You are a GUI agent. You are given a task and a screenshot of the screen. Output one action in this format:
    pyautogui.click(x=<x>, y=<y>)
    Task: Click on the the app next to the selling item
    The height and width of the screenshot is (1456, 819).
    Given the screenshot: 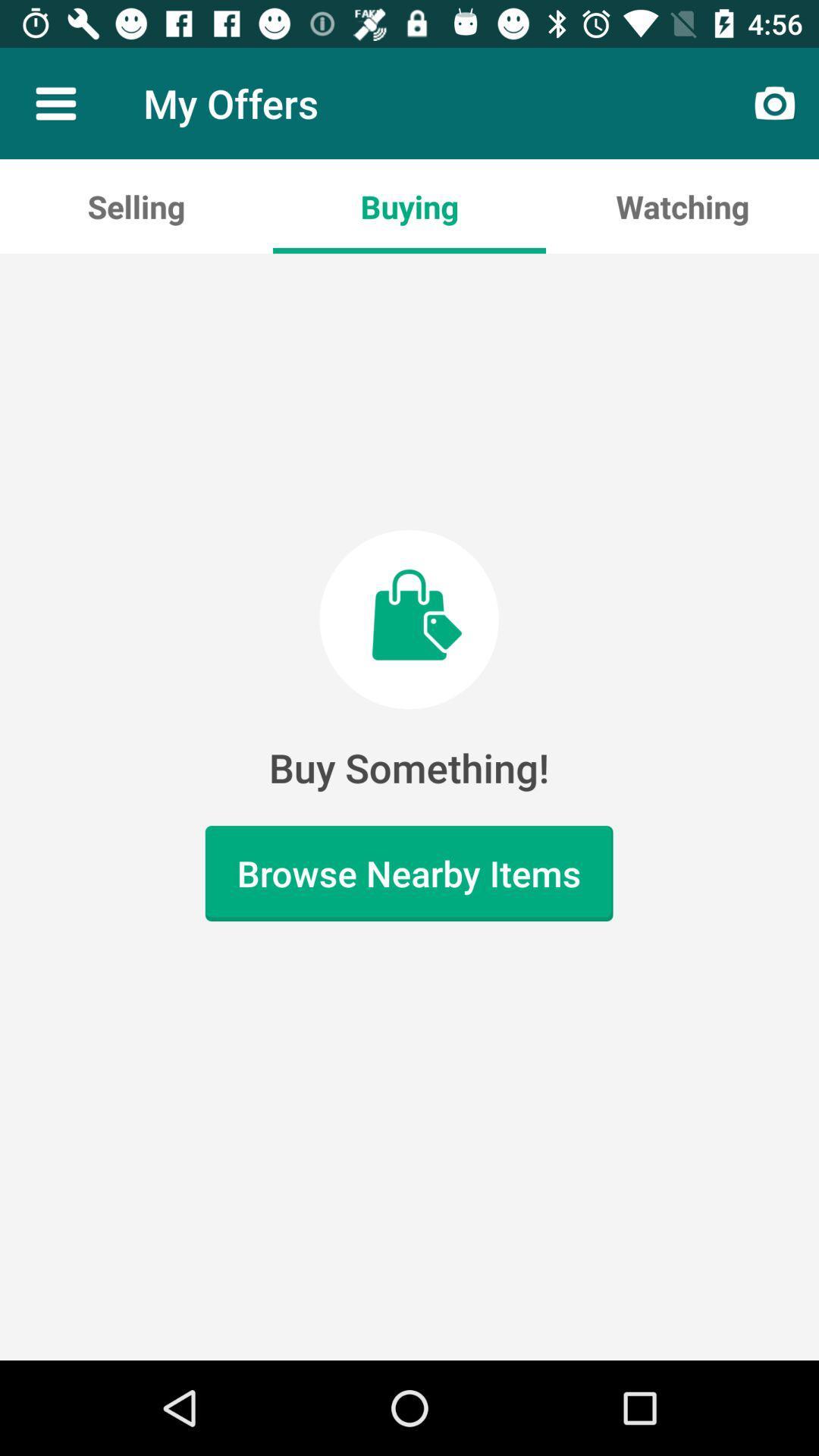 What is the action you would take?
    pyautogui.click(x=409, y=206)
    